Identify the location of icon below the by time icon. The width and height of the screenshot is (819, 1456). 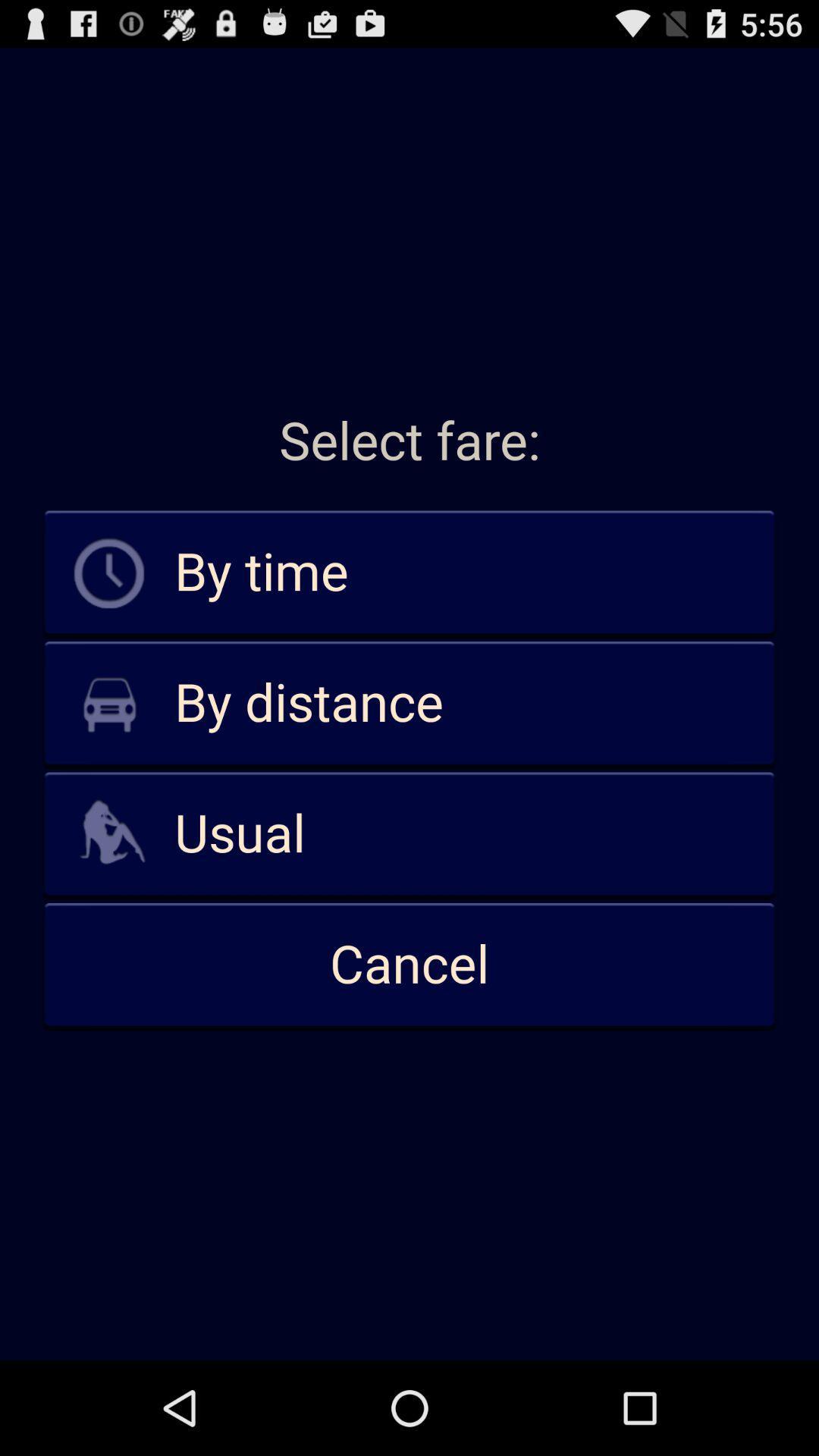
(409, 703).